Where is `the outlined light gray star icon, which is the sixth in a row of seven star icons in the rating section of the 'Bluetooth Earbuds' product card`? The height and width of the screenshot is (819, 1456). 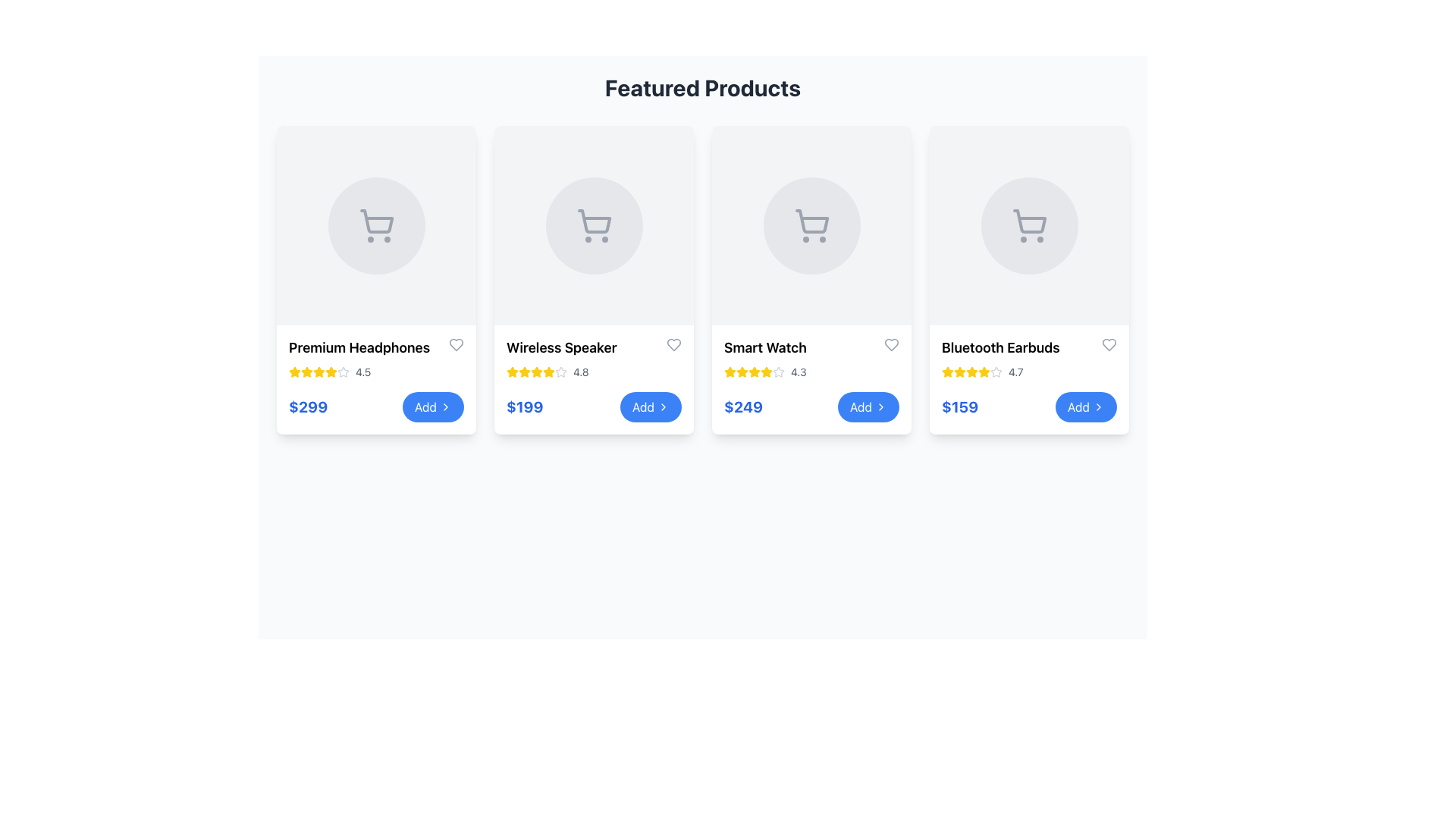 the outlined light gray star icon, which is the sixth in a row of seven star icons in the rating section of the 'Bluetooth Earbuds' product card is located at coordinates (996, 372).